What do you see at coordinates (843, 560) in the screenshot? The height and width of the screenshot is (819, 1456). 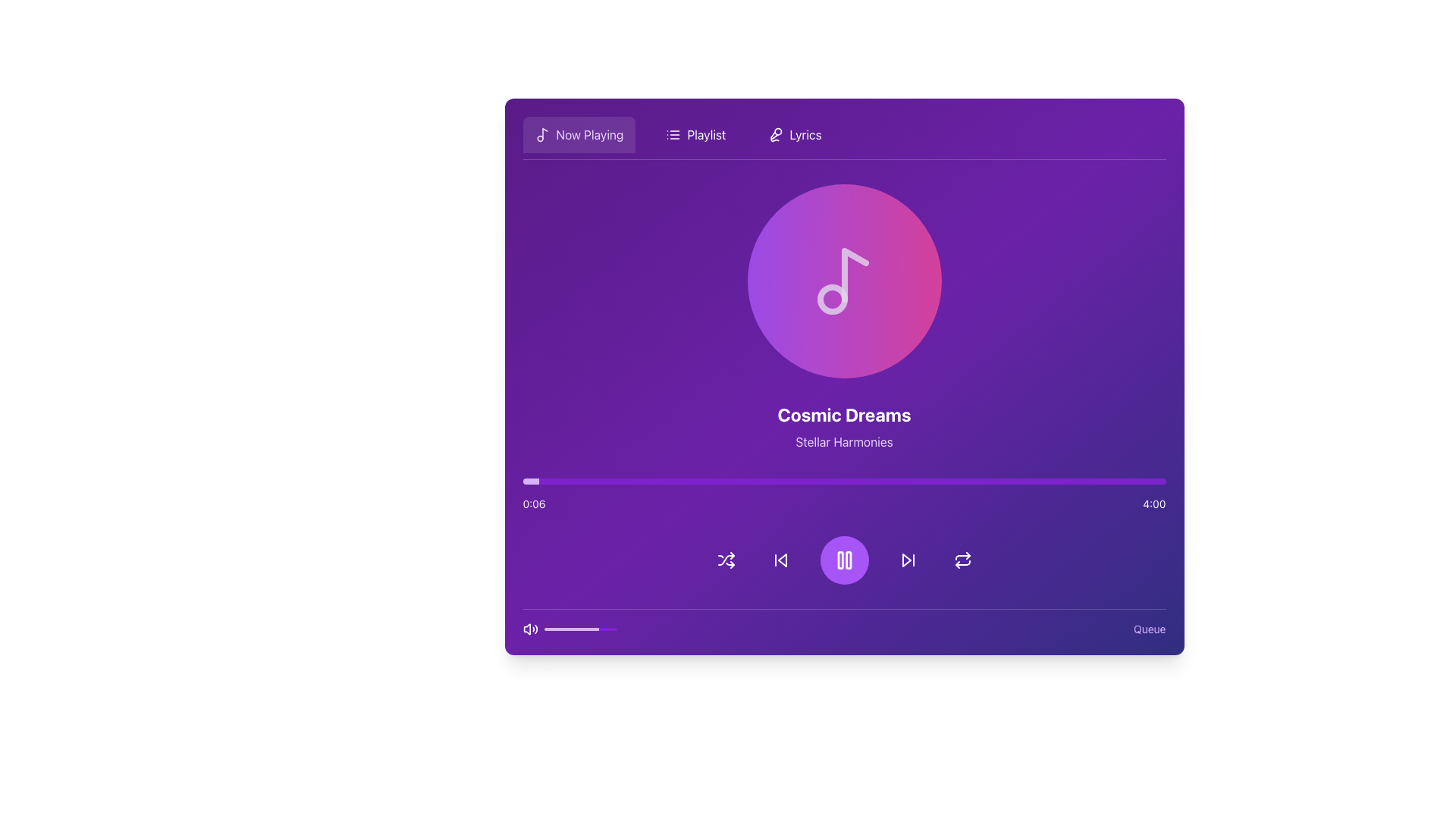 I see `the pause icon, which consists of two vertically aligned rectangular shapes with rounded corners, located in the center bottom of the navigation bar` at bounding box center [843, 560].